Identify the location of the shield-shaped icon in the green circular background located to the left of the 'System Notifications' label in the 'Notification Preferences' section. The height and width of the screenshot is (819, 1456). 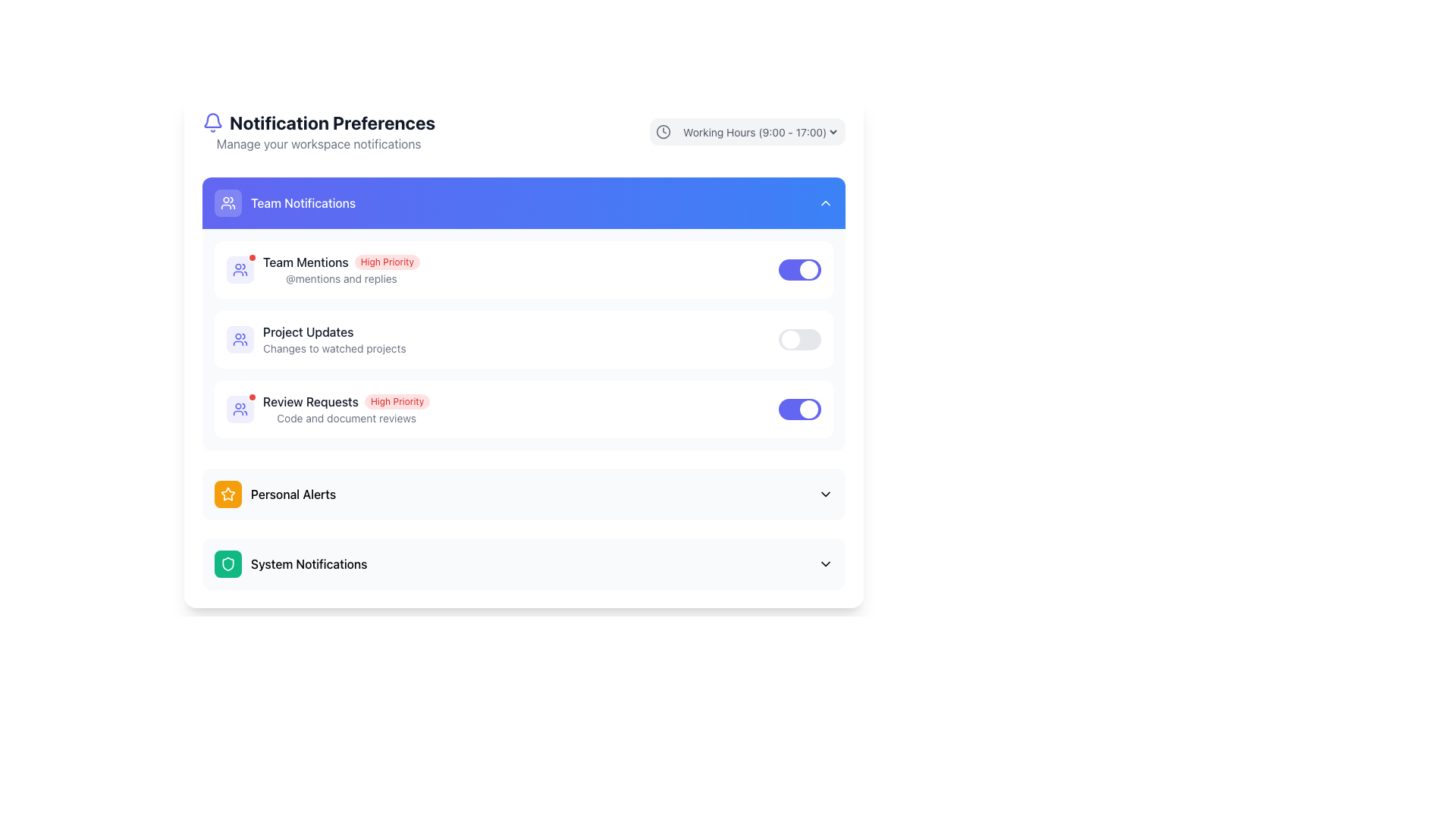
(227, 564).